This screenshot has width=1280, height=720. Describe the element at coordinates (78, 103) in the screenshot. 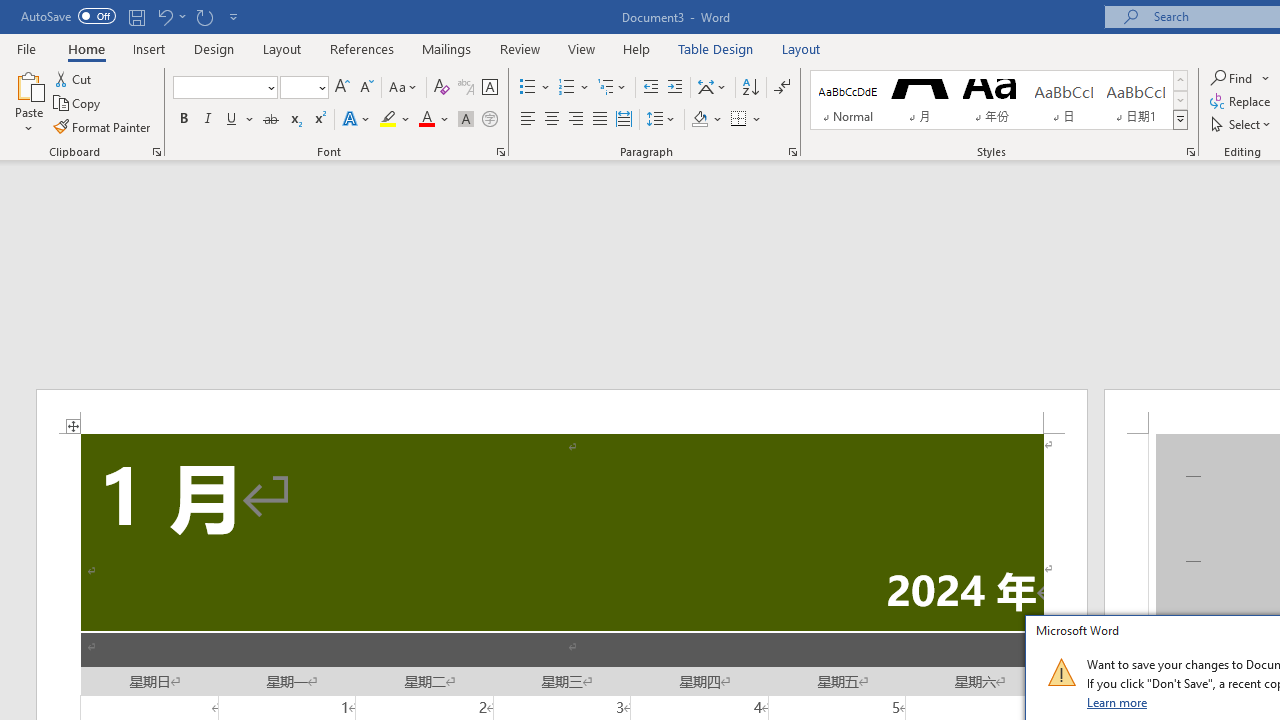

I see `'Copy'` at that location.